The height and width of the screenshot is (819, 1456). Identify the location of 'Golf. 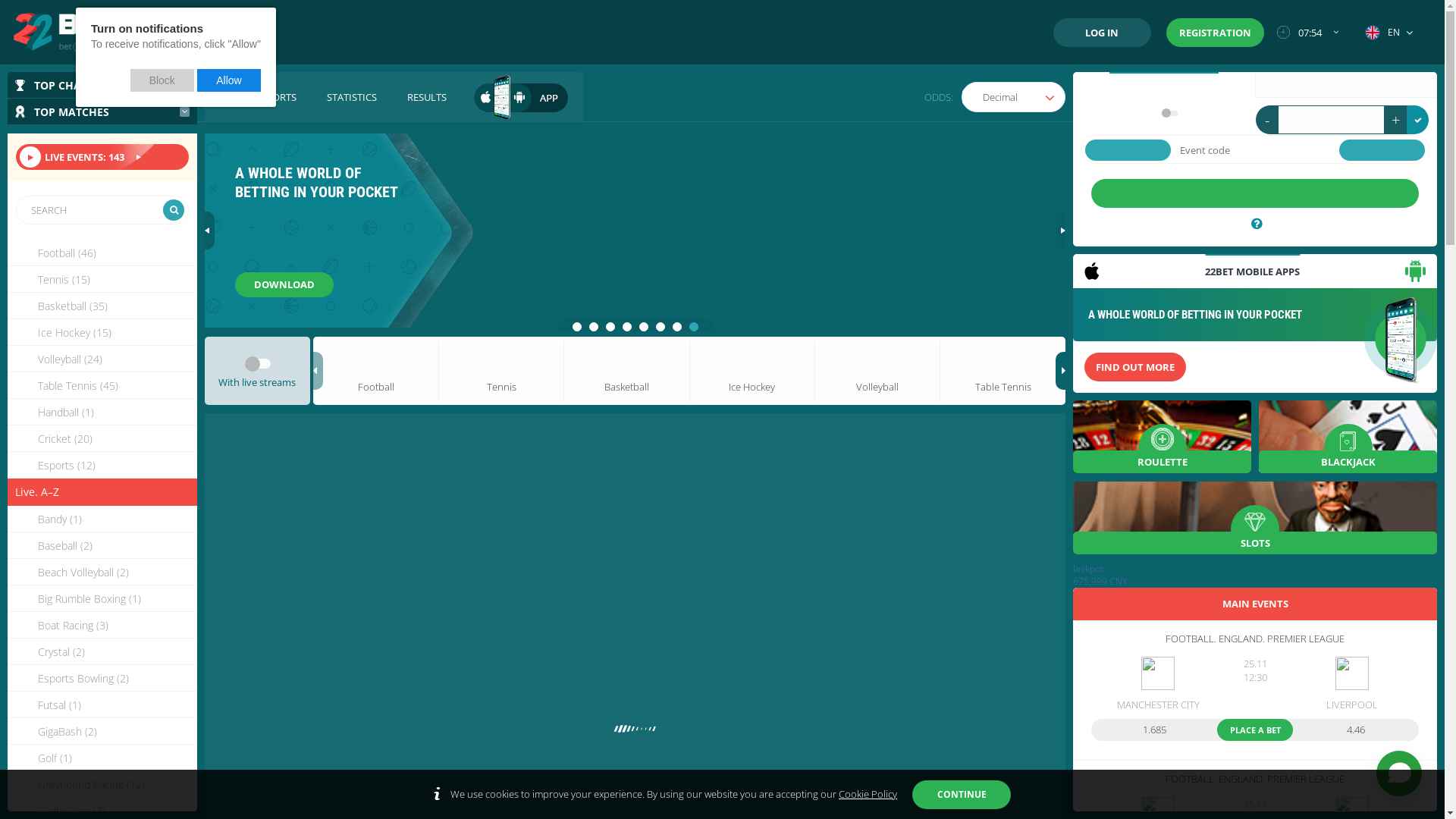
(101, 758).